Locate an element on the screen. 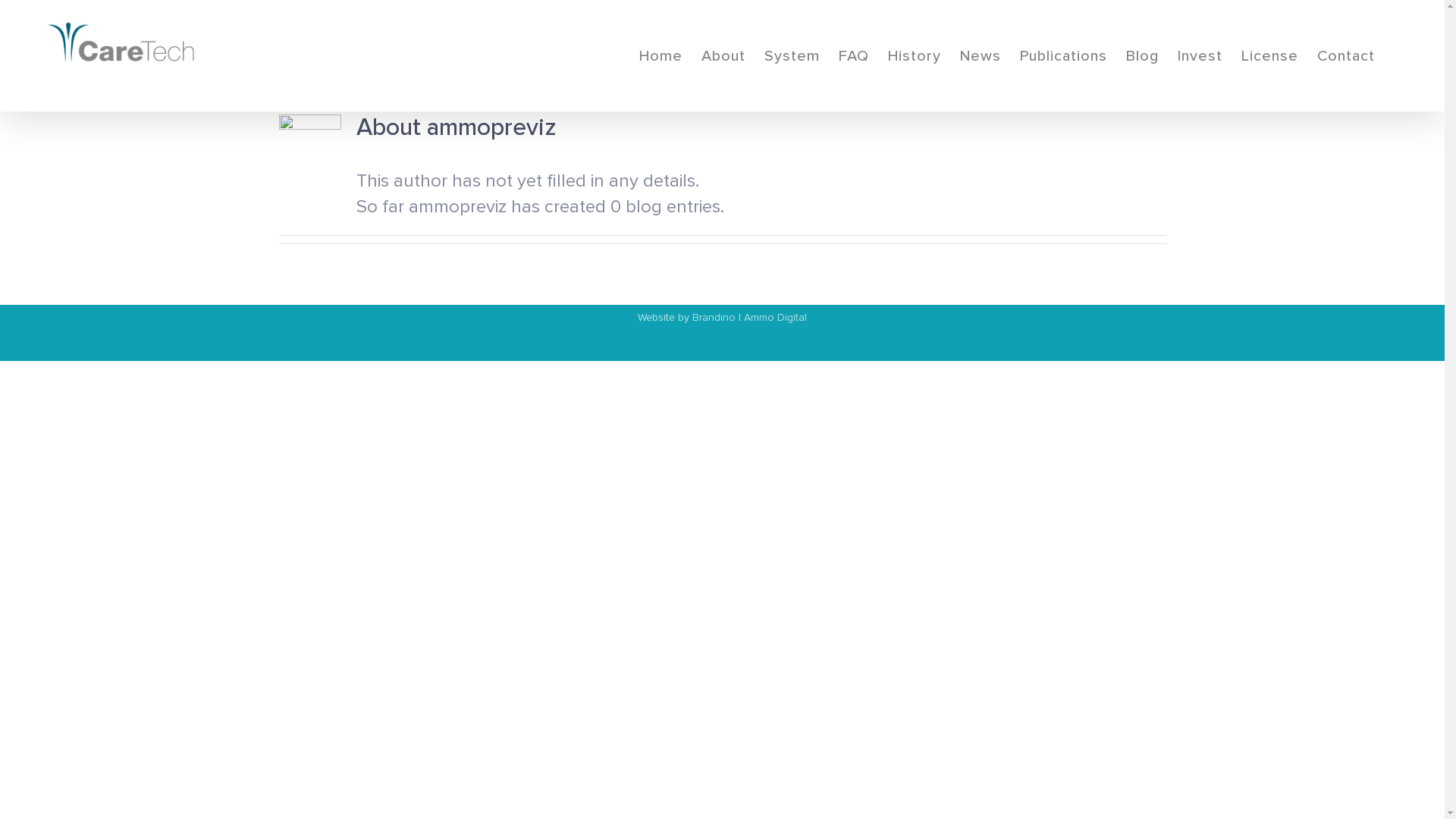  'System' is located at coordinates (791, 55).